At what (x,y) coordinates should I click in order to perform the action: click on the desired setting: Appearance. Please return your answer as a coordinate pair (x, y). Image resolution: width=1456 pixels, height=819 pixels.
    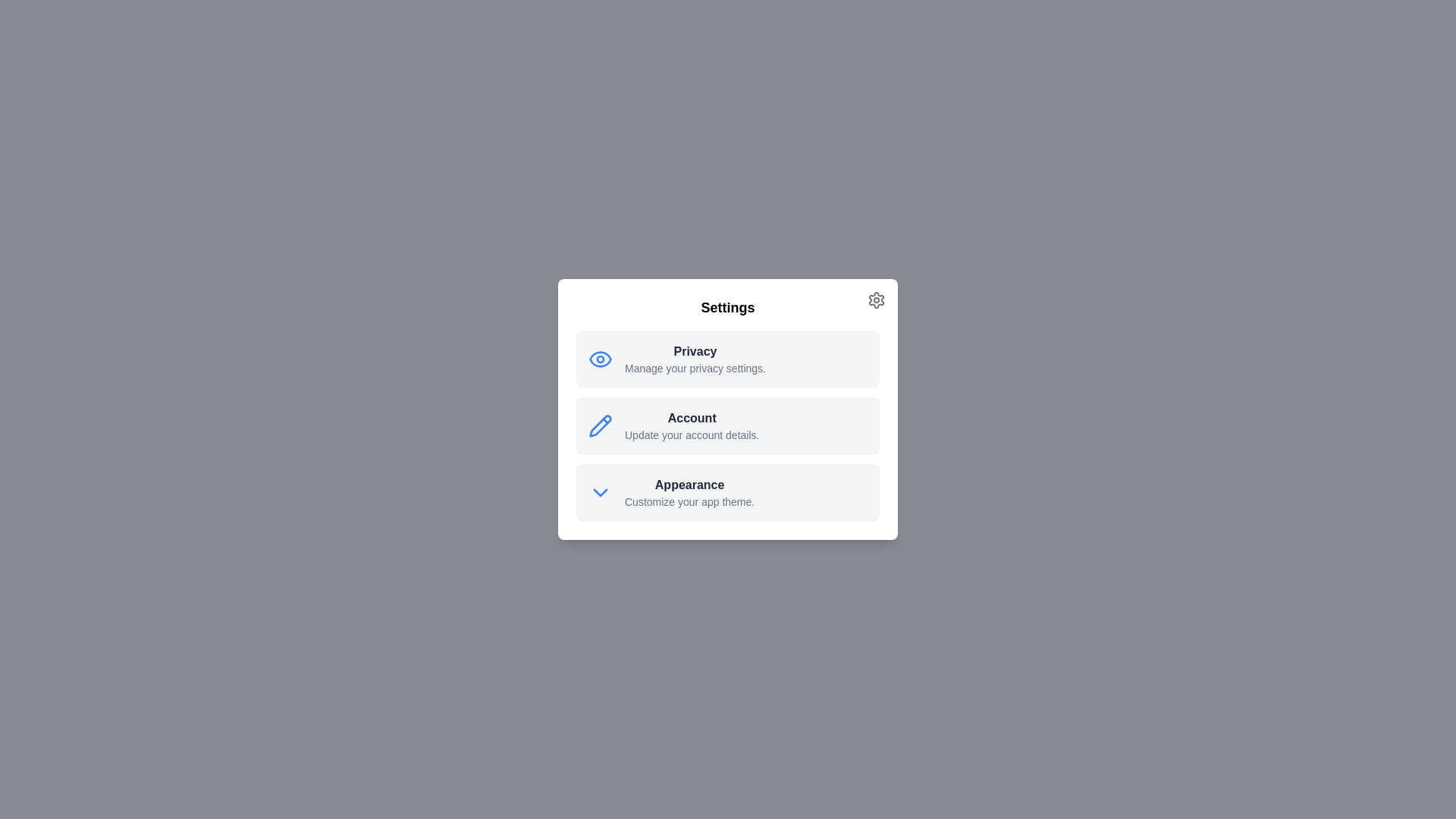
    Looking at the image, I should click on (728, 493).